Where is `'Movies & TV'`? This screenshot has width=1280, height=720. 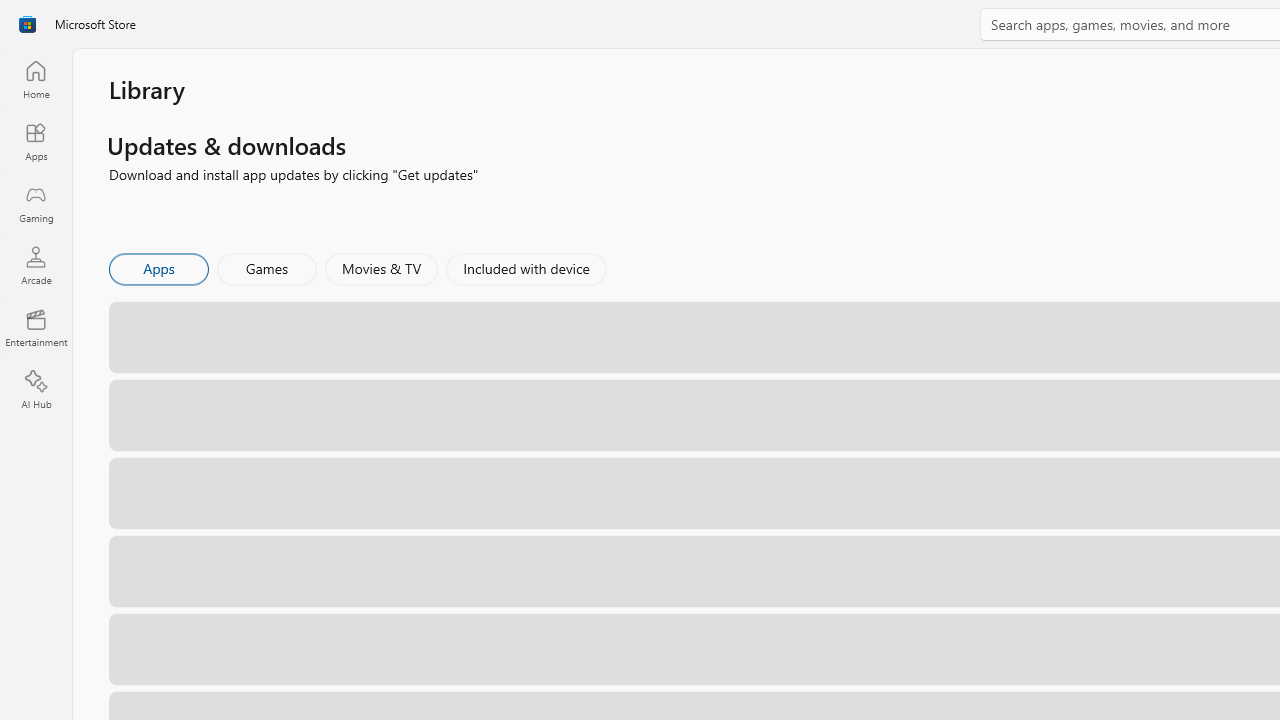
'Movies & TV' is located at coordinates (381, 267).